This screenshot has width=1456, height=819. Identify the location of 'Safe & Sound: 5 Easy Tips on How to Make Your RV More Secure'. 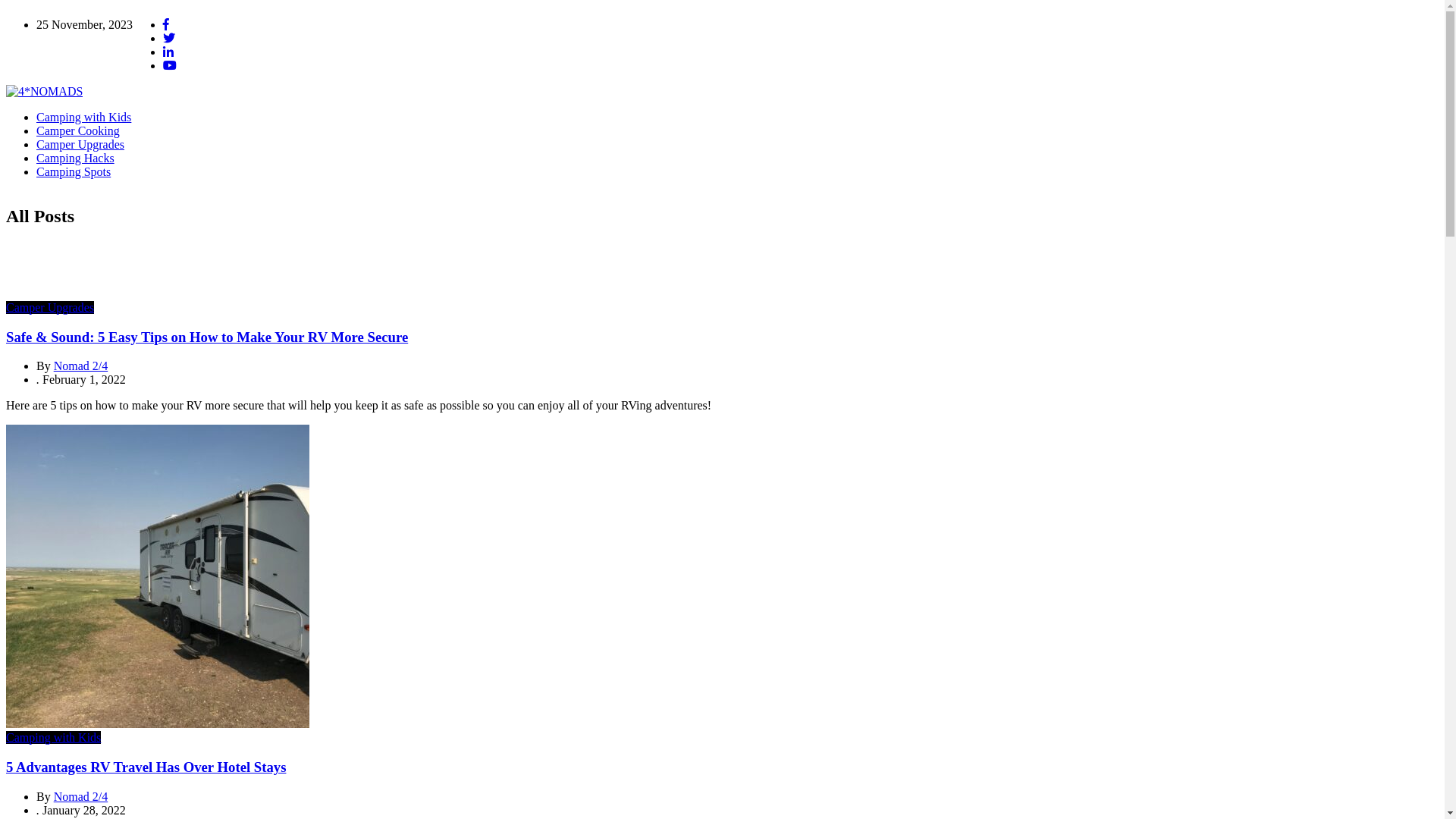
(206, 336).